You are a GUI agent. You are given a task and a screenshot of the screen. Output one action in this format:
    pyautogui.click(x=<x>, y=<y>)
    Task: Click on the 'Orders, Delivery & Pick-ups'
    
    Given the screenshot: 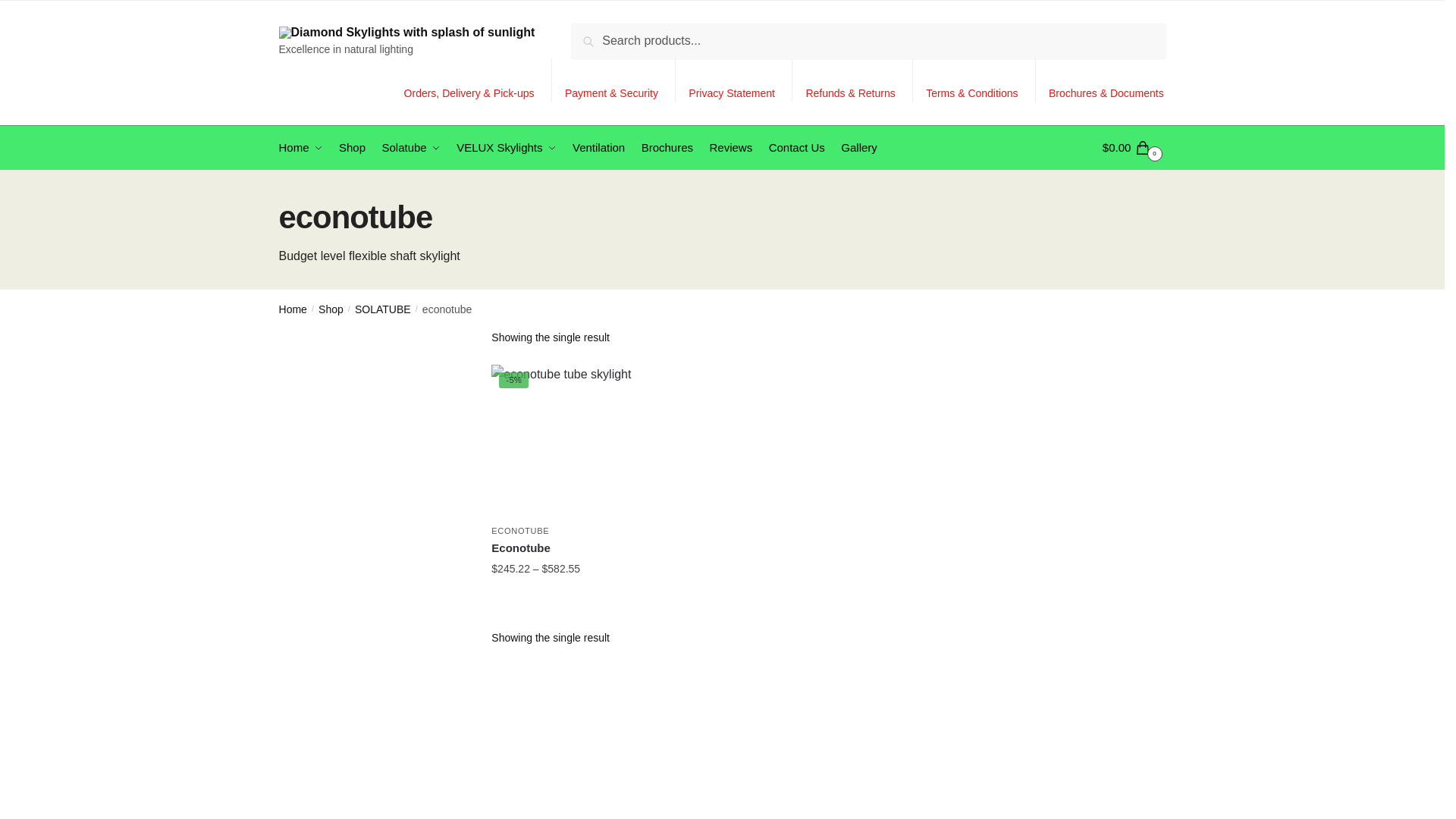 What is the action you would take?
    pyautogui.click(x=394, y=80)
    